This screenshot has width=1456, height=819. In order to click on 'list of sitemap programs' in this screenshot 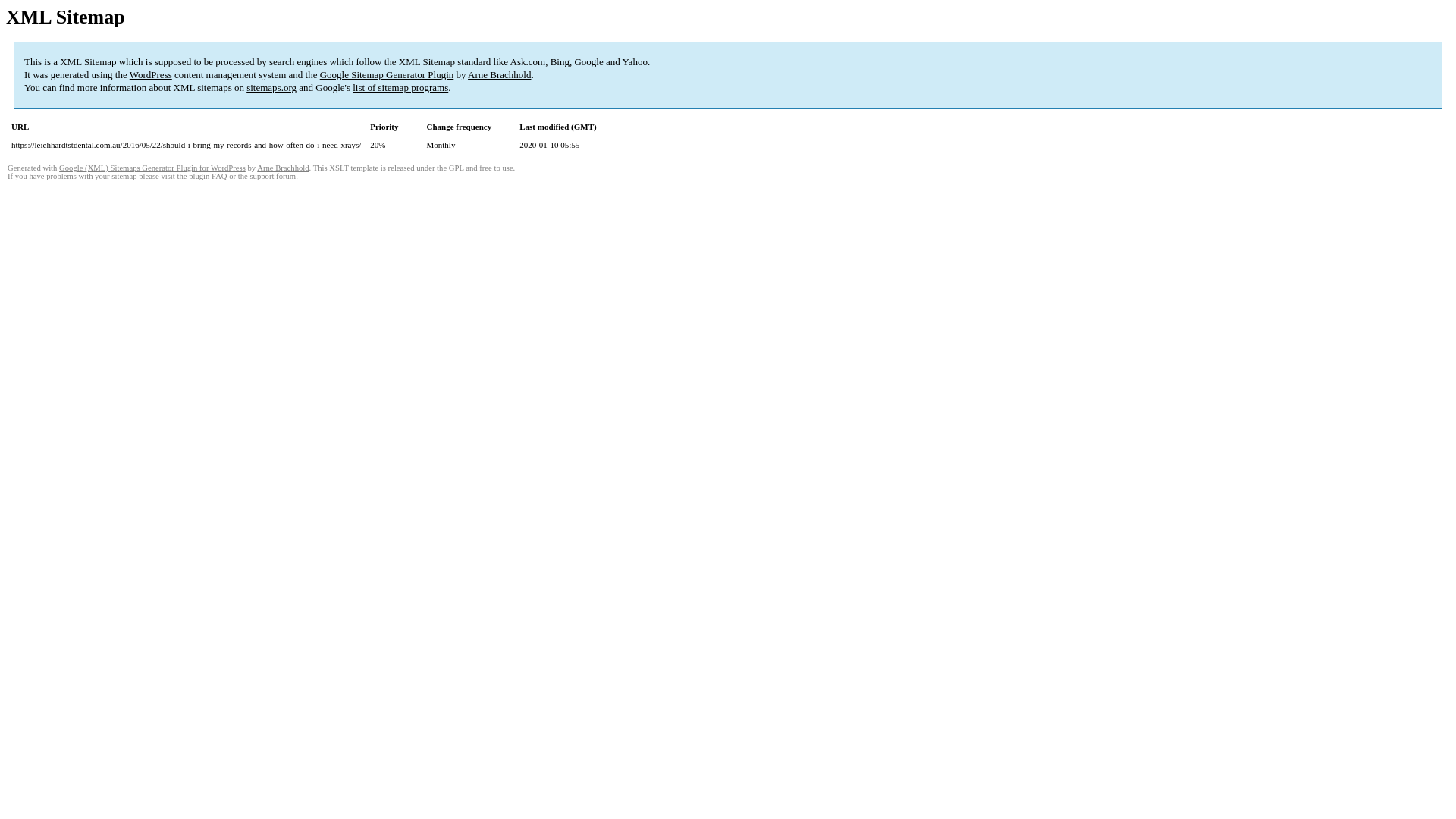, I will do `click(400, 87)`.